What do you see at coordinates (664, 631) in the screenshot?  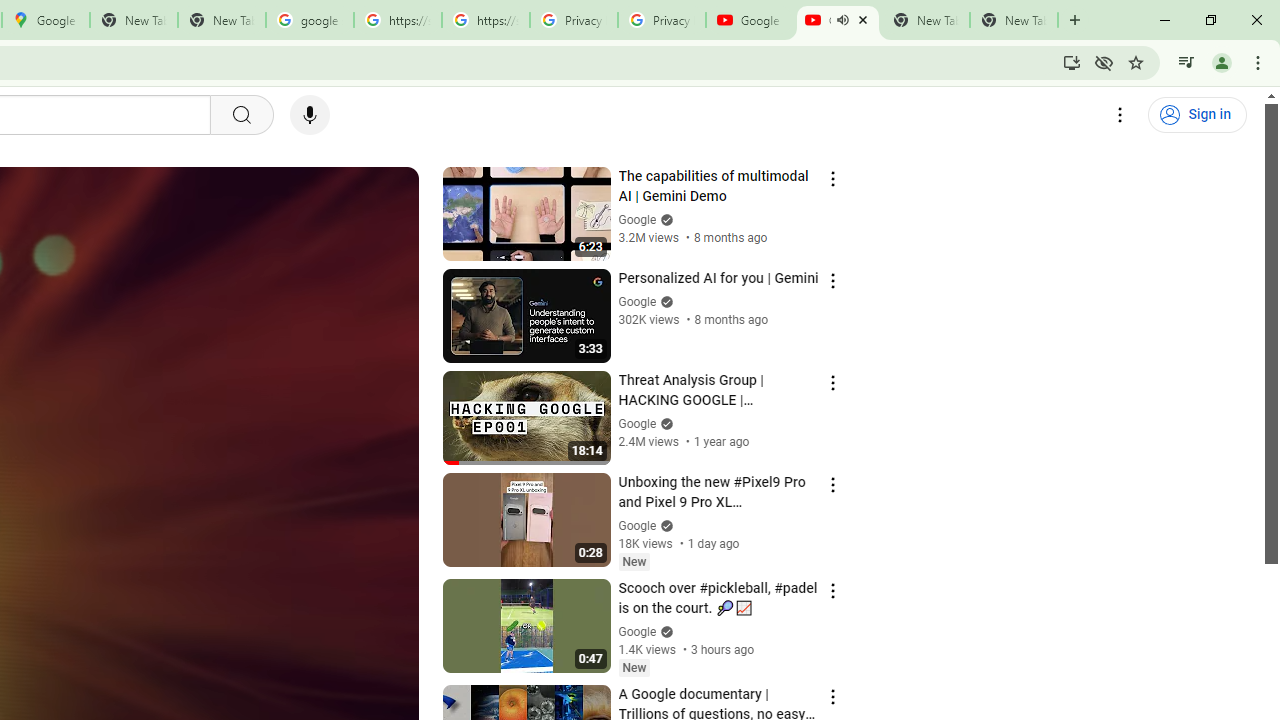 I see `'Verified'` at bounding box center [664, 631].